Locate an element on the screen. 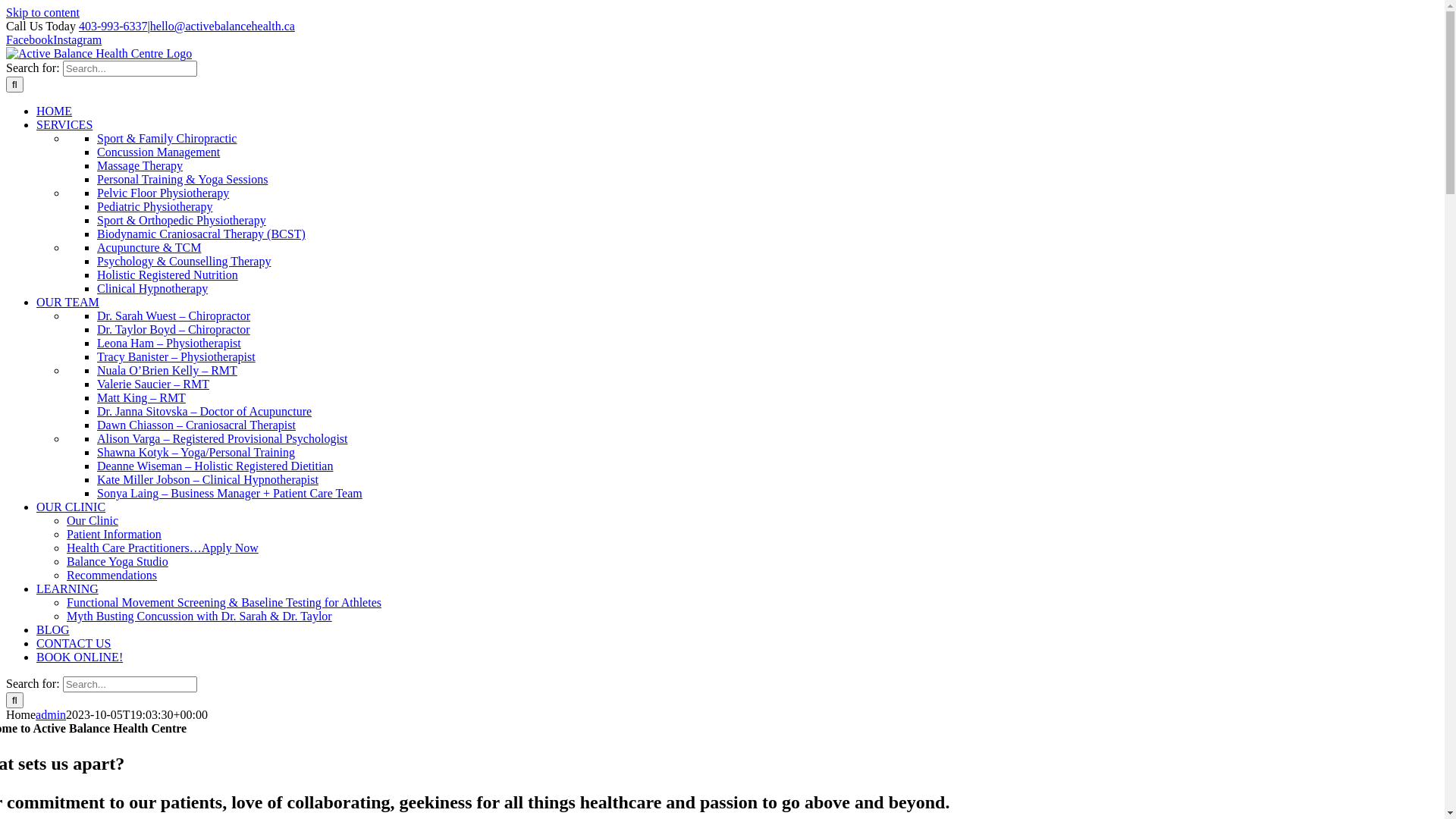  'Psychology & Counselling Therapy' is located at coordinates (183, 260).